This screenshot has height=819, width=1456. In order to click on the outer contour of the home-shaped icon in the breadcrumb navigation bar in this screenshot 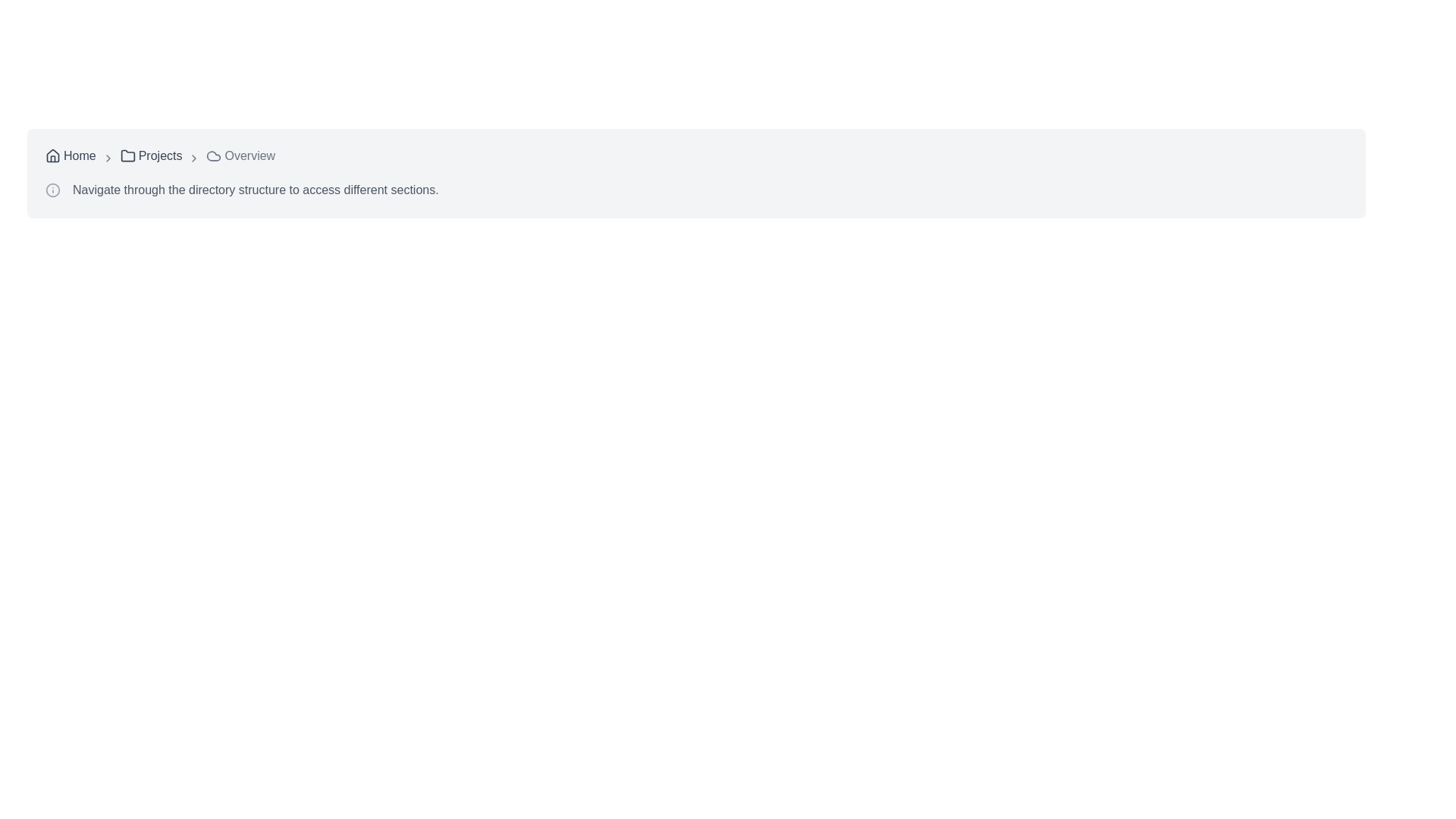, I will do `click(53, 155)`.